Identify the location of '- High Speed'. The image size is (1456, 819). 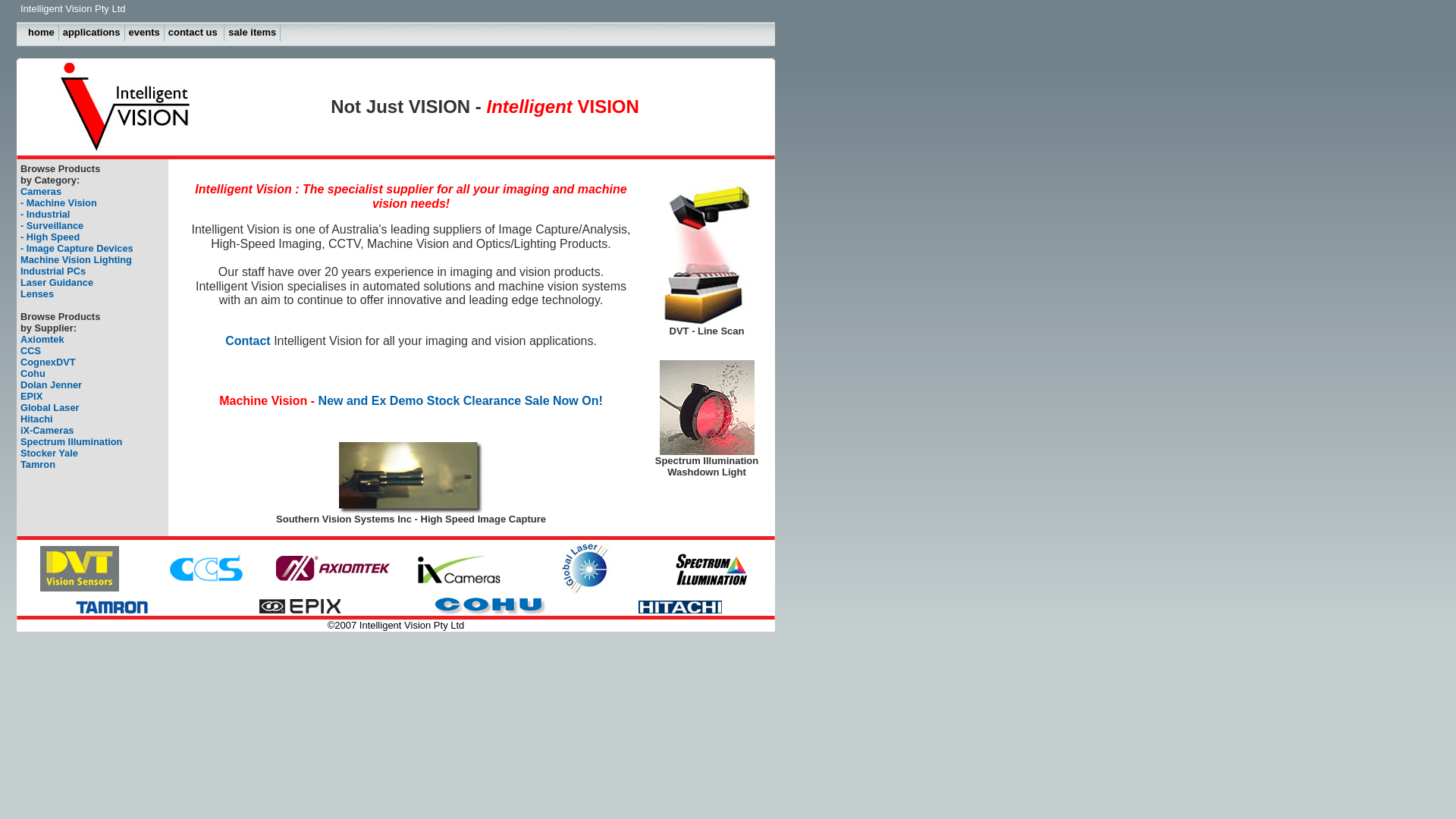
(50, 237).